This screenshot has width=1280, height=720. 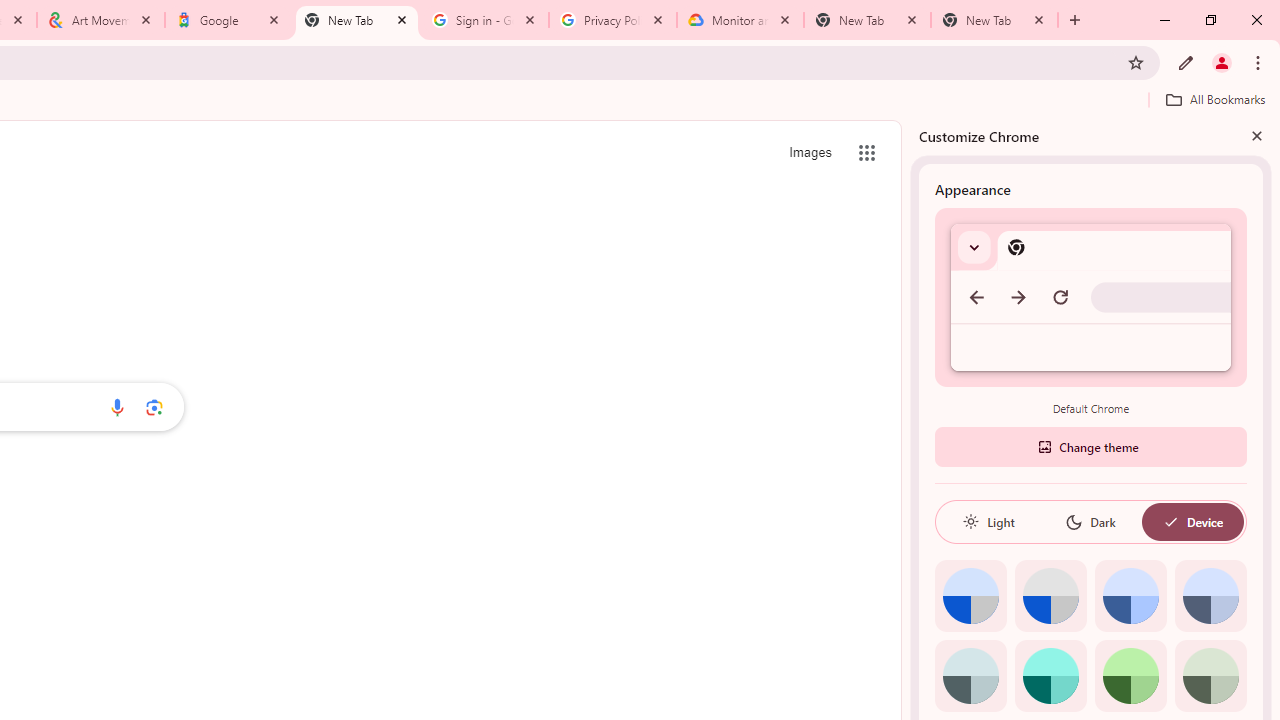 What do you see at coordinates (988, 521) in the screenshot?
I see `'Light'` at bounding box center [988, 521].